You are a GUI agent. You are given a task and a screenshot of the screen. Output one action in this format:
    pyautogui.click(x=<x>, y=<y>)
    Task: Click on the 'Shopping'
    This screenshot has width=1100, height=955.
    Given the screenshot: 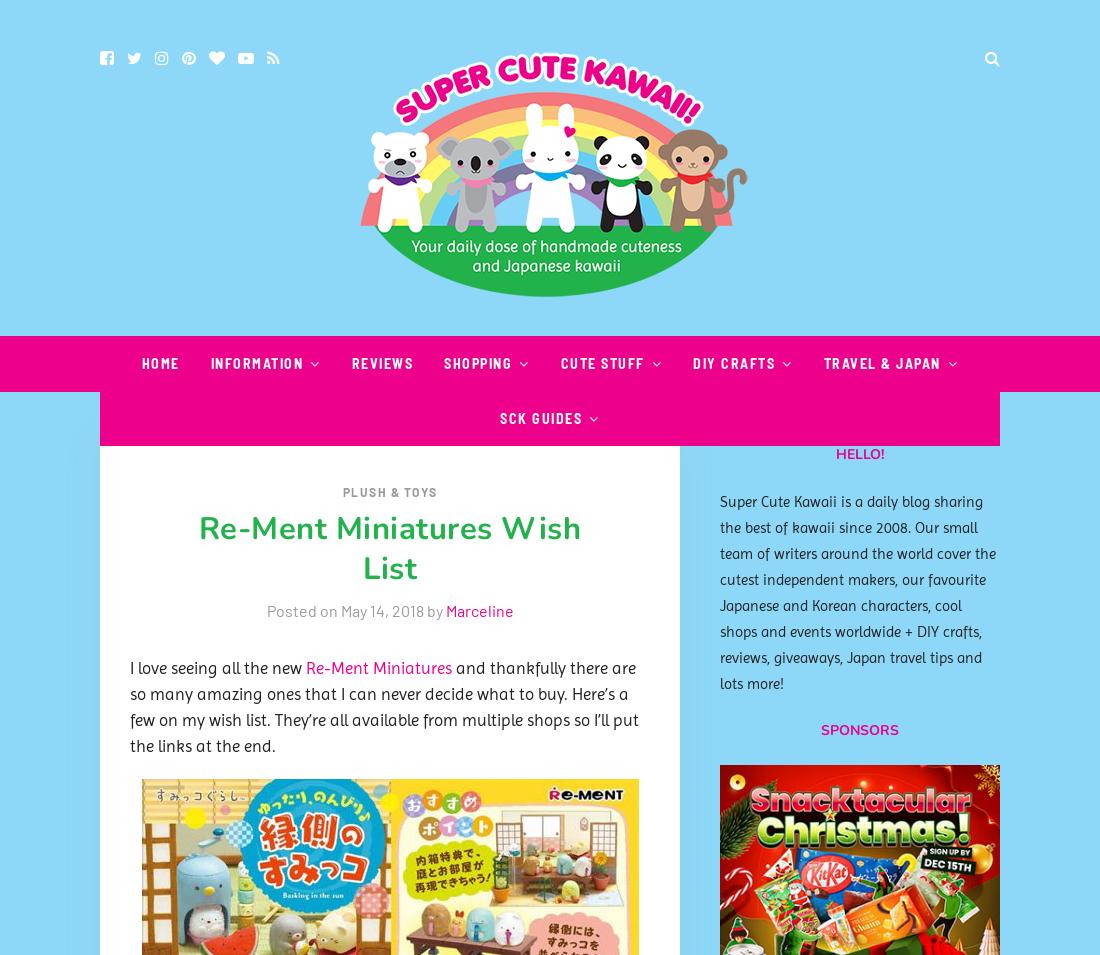 What is the action you would take?
    pyautogui.click(x=476, y=362)
    